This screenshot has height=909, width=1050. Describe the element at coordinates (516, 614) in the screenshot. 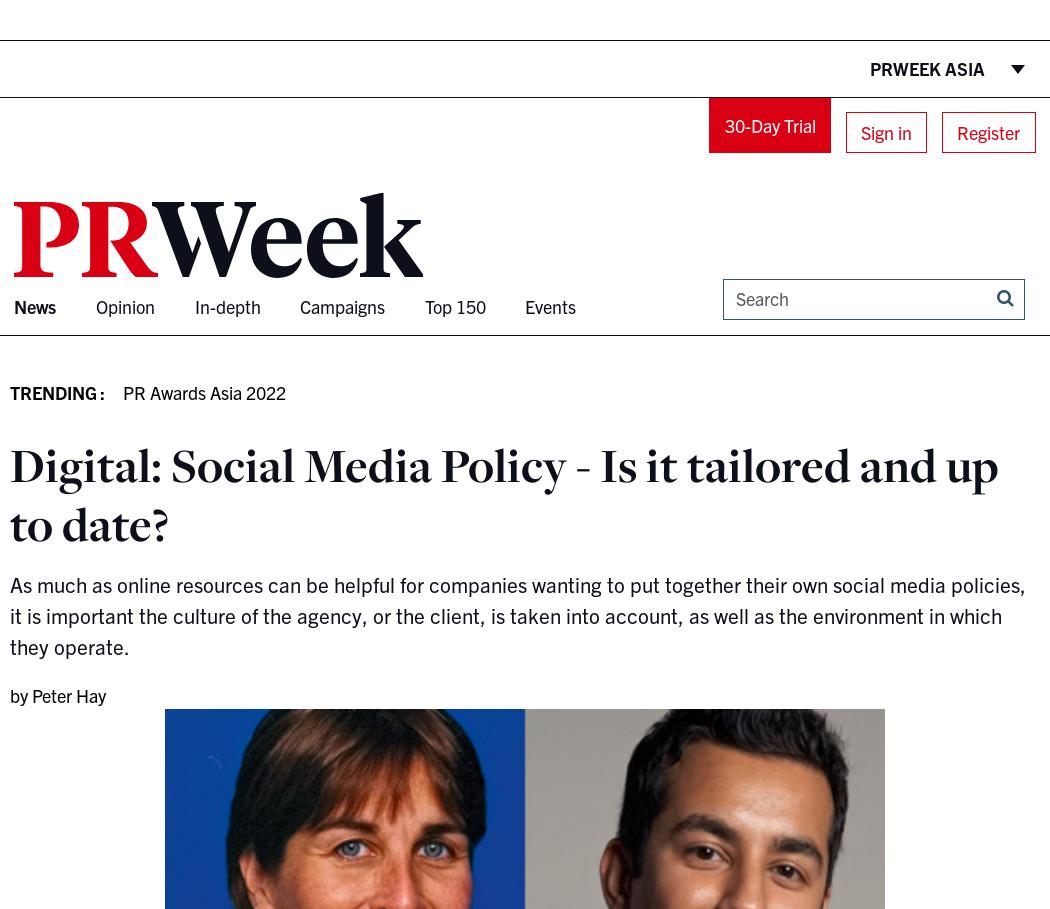

I see `'As much as online resources can be helpful for companies wanting to put together their own social media policies, it is important the culture of the agency, or the client, is taken into account, as well as the environment in which they operate.'` at that location.